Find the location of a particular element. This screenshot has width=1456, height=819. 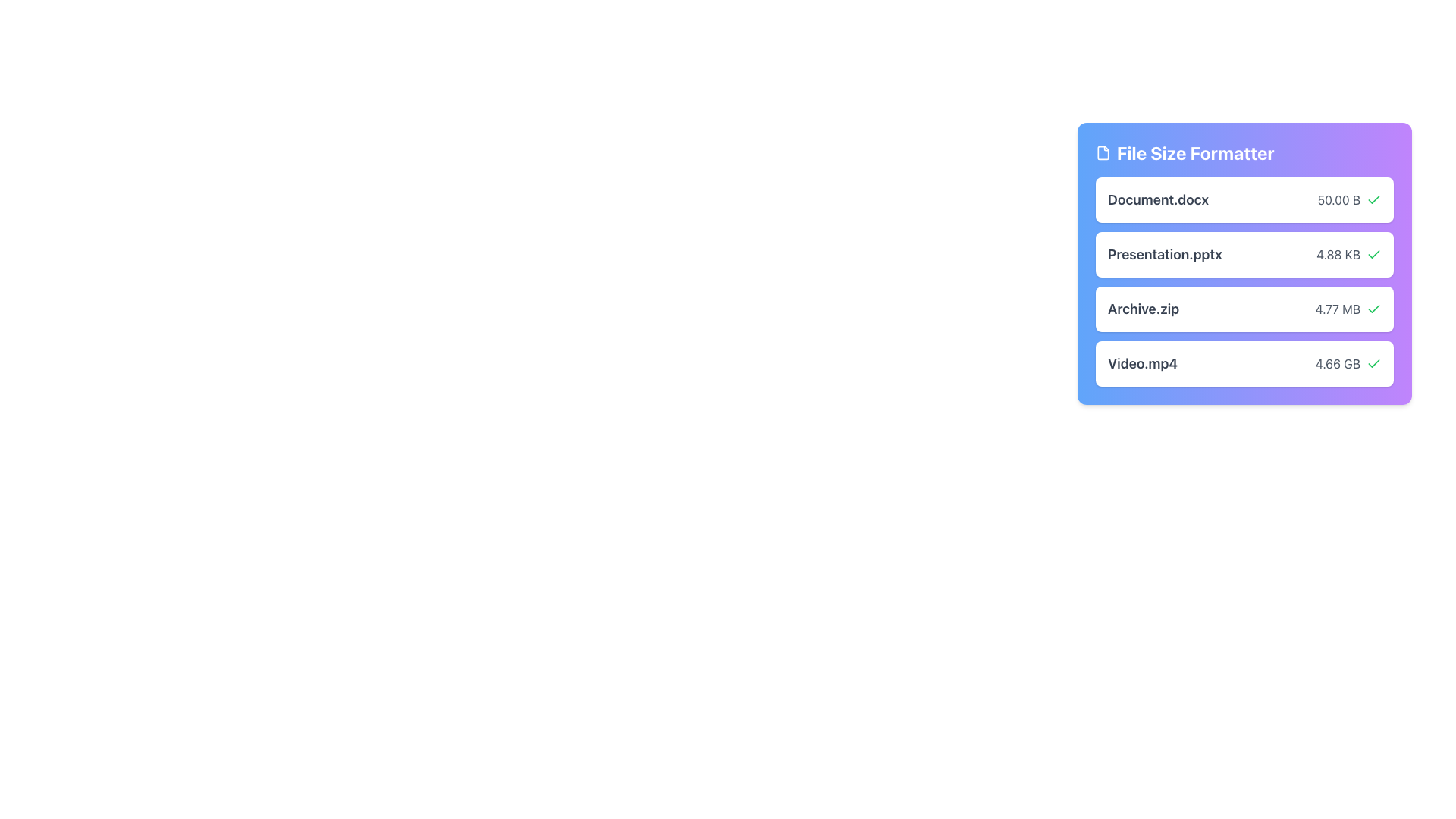

file information from the first list item in the 'File Size Formatter' panel, which displays 'Document.docx' and its size '50.00 B' is located at coordinates (1244, 199).